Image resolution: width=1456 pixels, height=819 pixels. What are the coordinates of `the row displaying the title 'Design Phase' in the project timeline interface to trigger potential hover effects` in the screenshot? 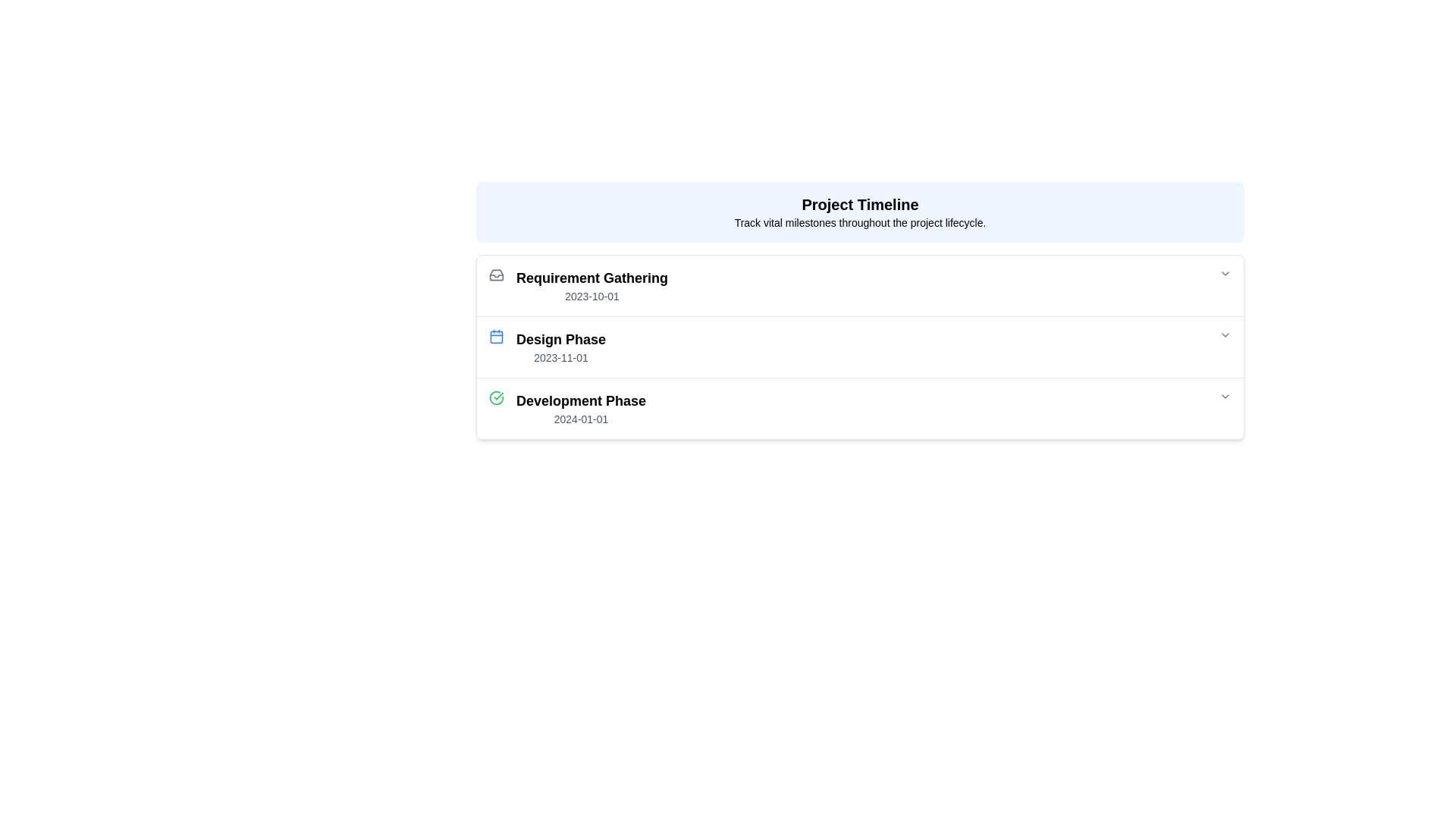 It's located at (860, 347).